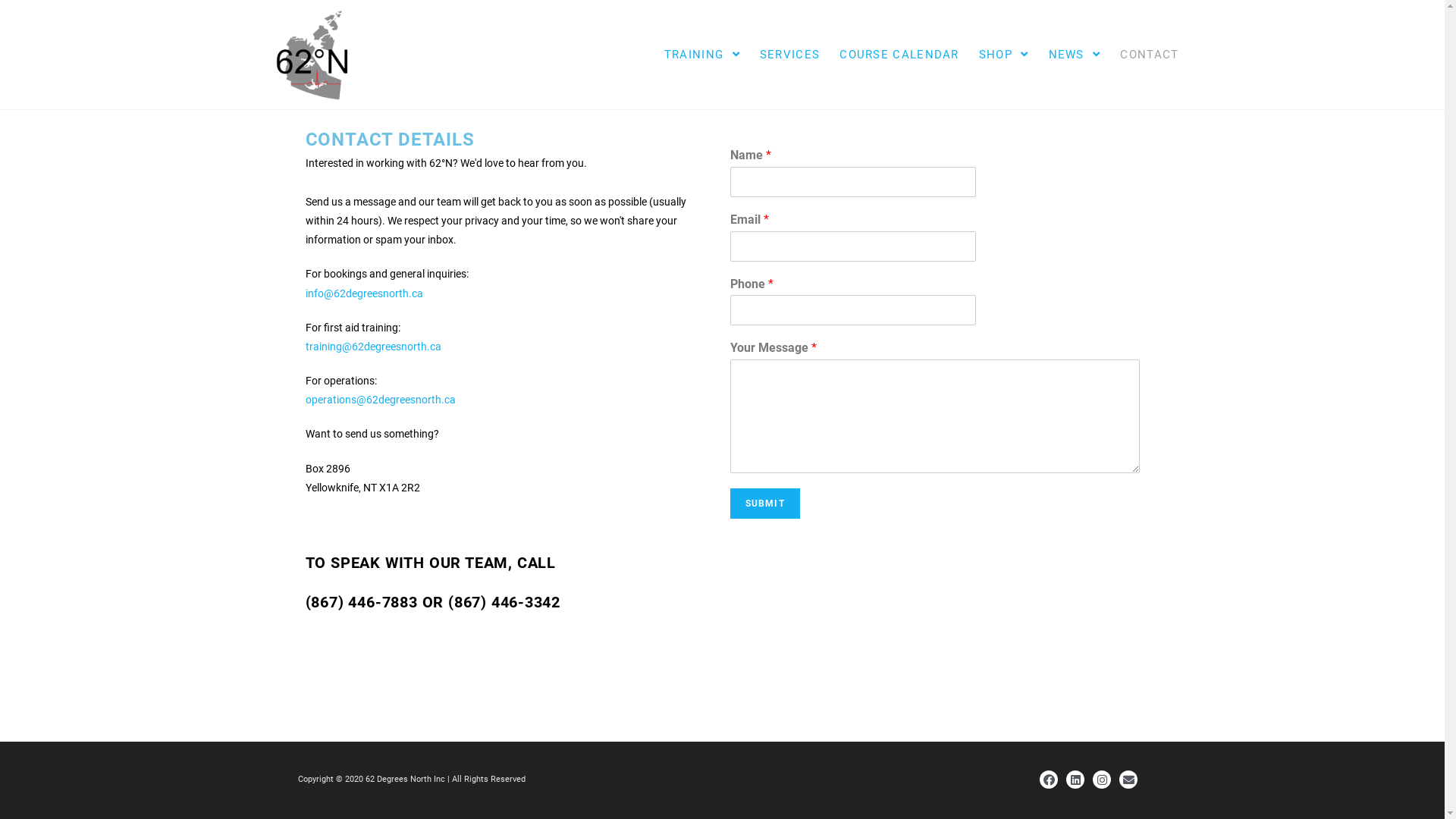 The height and width of the screenshot is (819, 1456). I want to click on 'COURSE CALENDAR', so click(899, 54).